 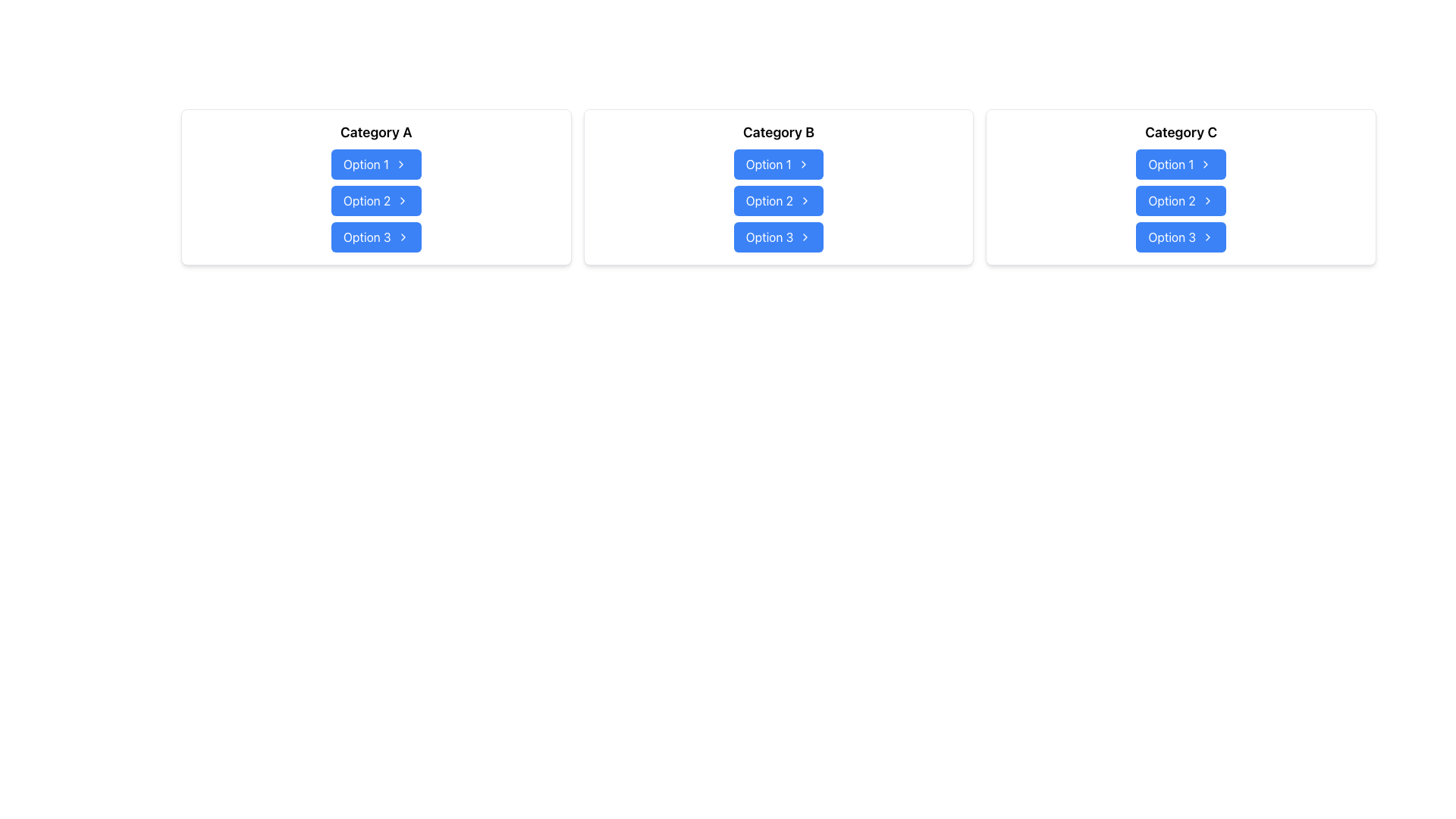 I want to click on the rightward chevron arrow icon located at the right edge of the blue button labeled 'Option 1' in the 'Category C' section, so click(x=1205, y=164).